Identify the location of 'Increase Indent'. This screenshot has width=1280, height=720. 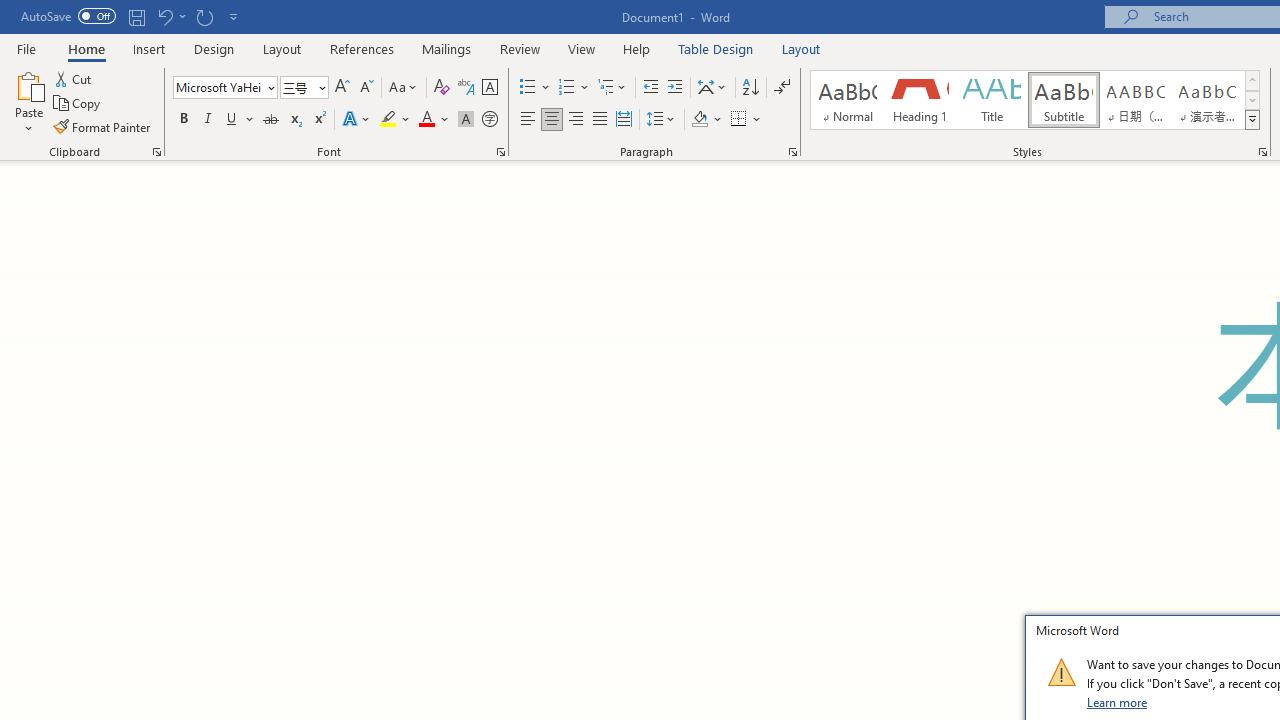
(675, 86).